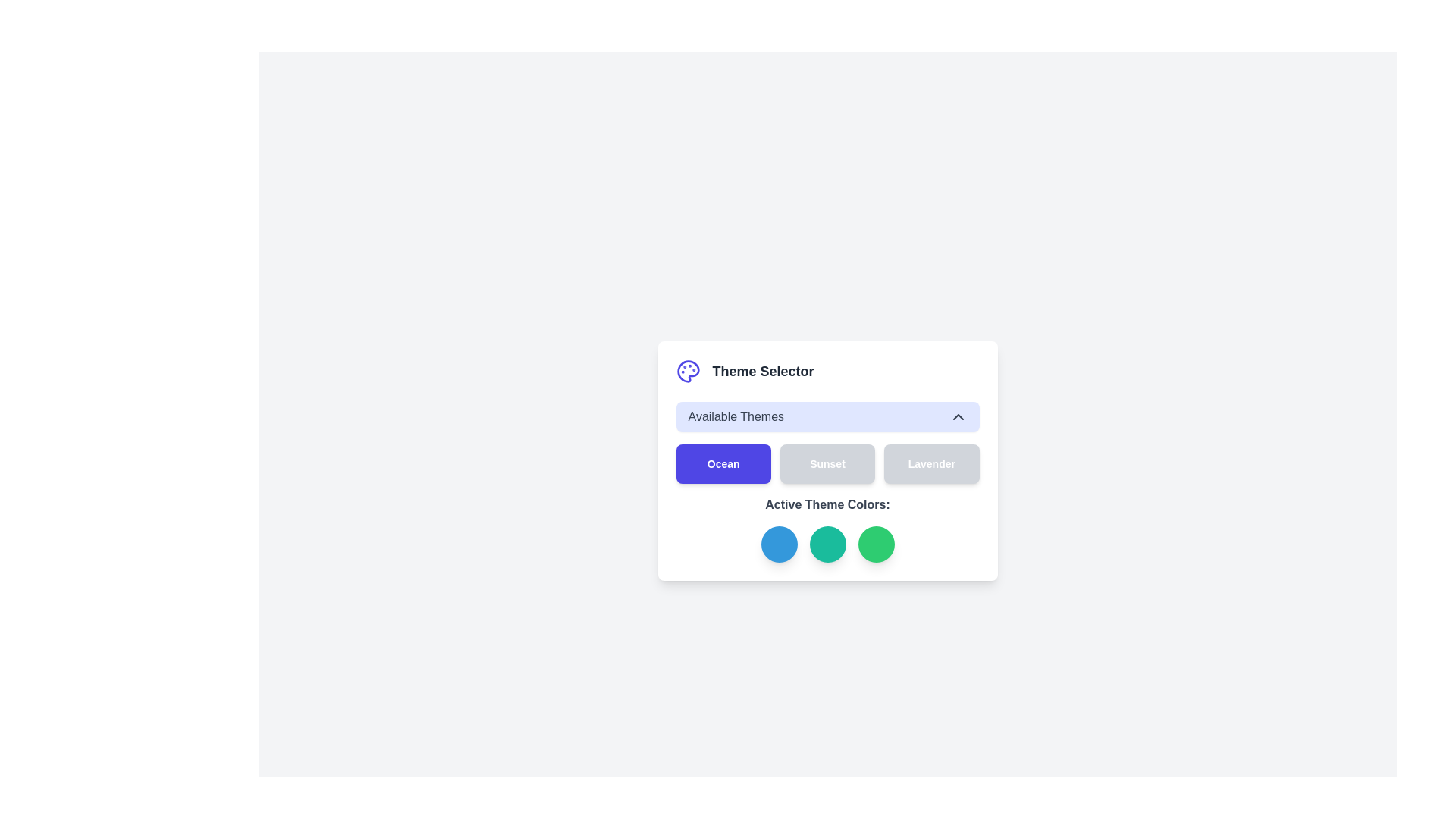 The width and height of the screenshot is (1456, 819). I want to click on the blue rectangular button labeled 'Ocean', so click(723, 463).